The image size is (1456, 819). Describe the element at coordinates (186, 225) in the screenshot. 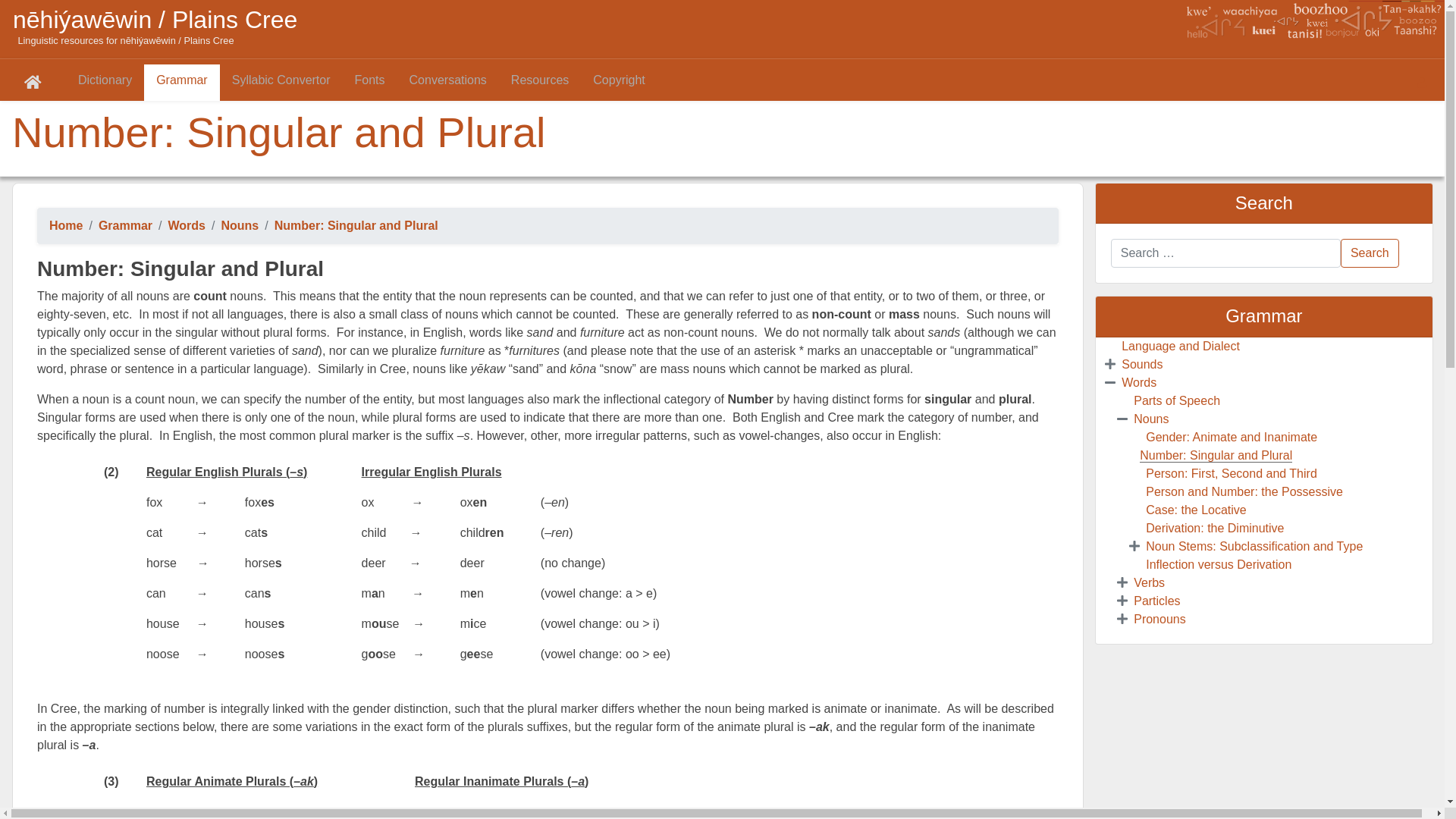

I see `'Words'` at that location.